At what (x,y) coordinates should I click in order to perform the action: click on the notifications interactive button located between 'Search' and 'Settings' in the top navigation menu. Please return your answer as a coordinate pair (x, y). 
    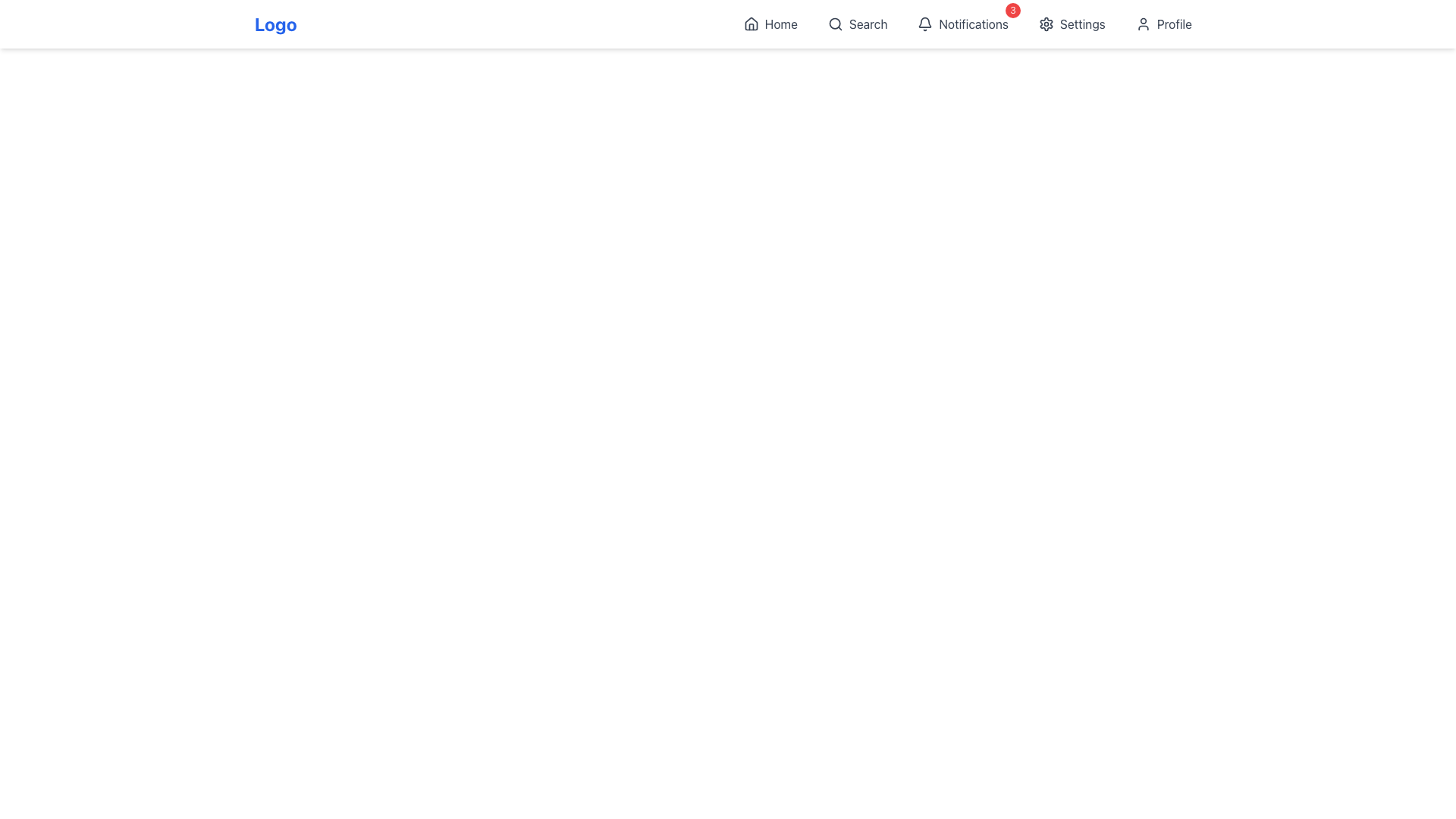
    Looking at the image, I should click on (962, 24).